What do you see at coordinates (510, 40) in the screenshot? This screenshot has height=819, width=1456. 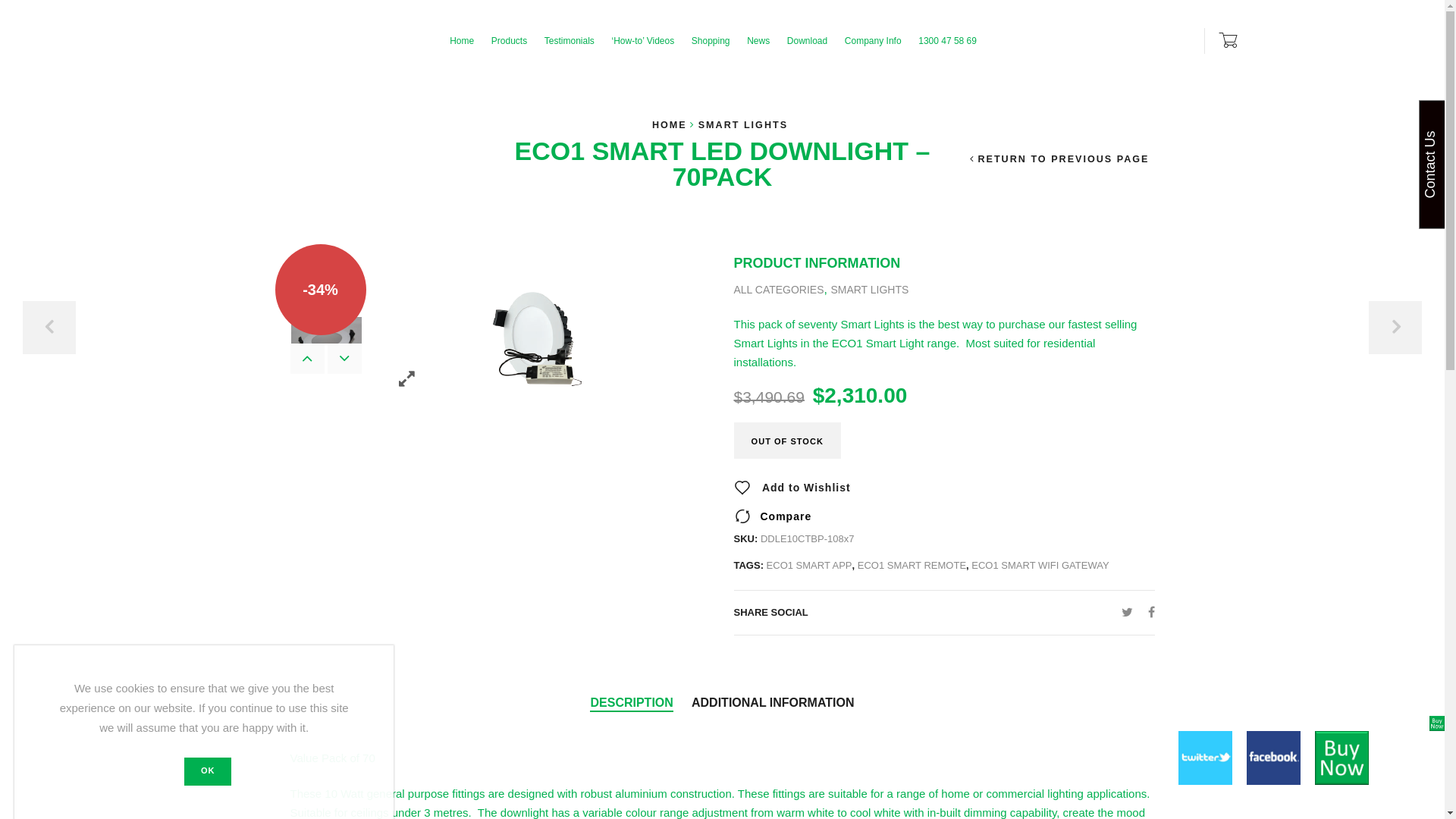 I see `'Products'` at bounding box center [510, 40].